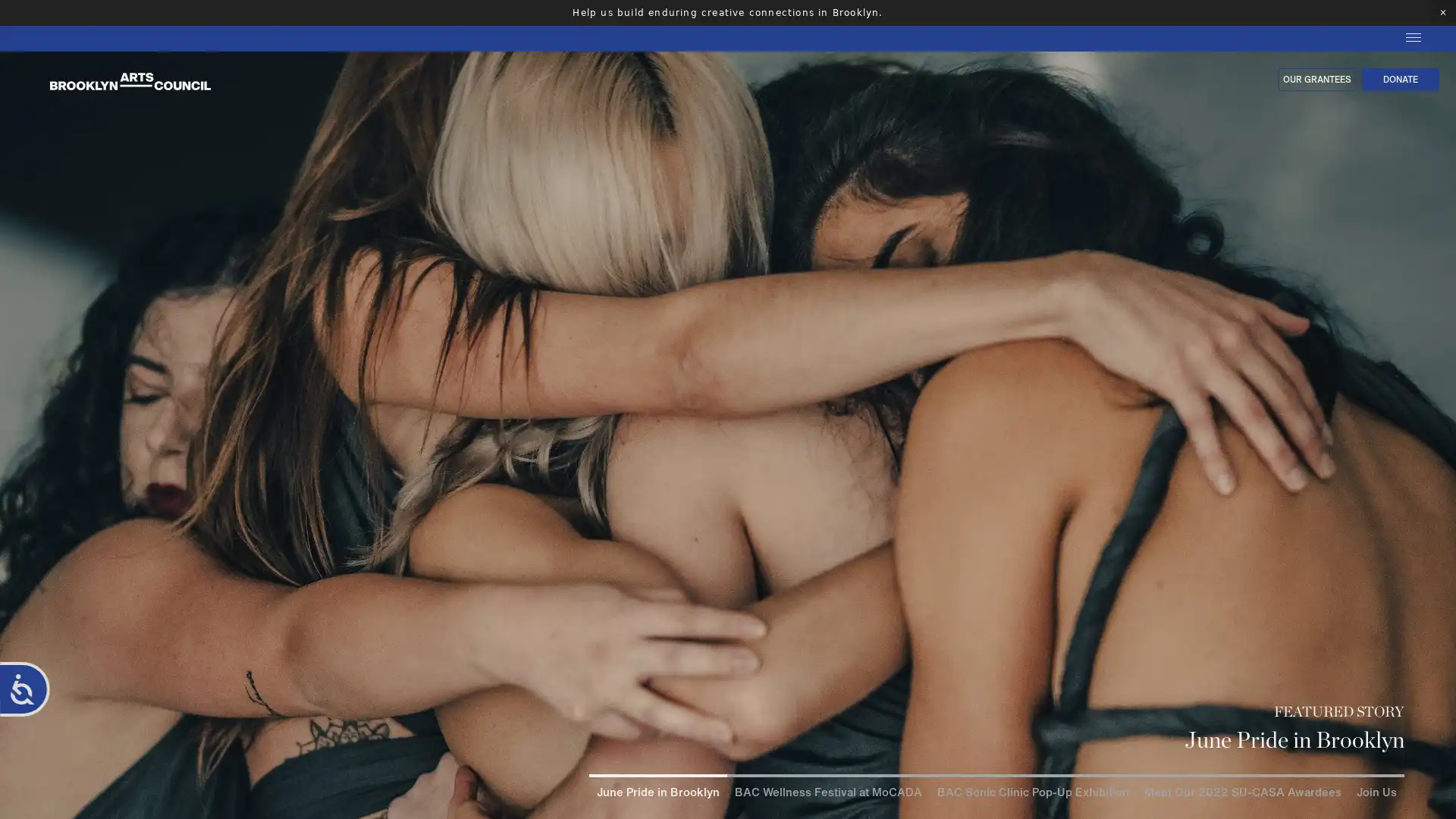 This screenshot has height=819, width=1456. I want to click on Close, so click(1440, 671).